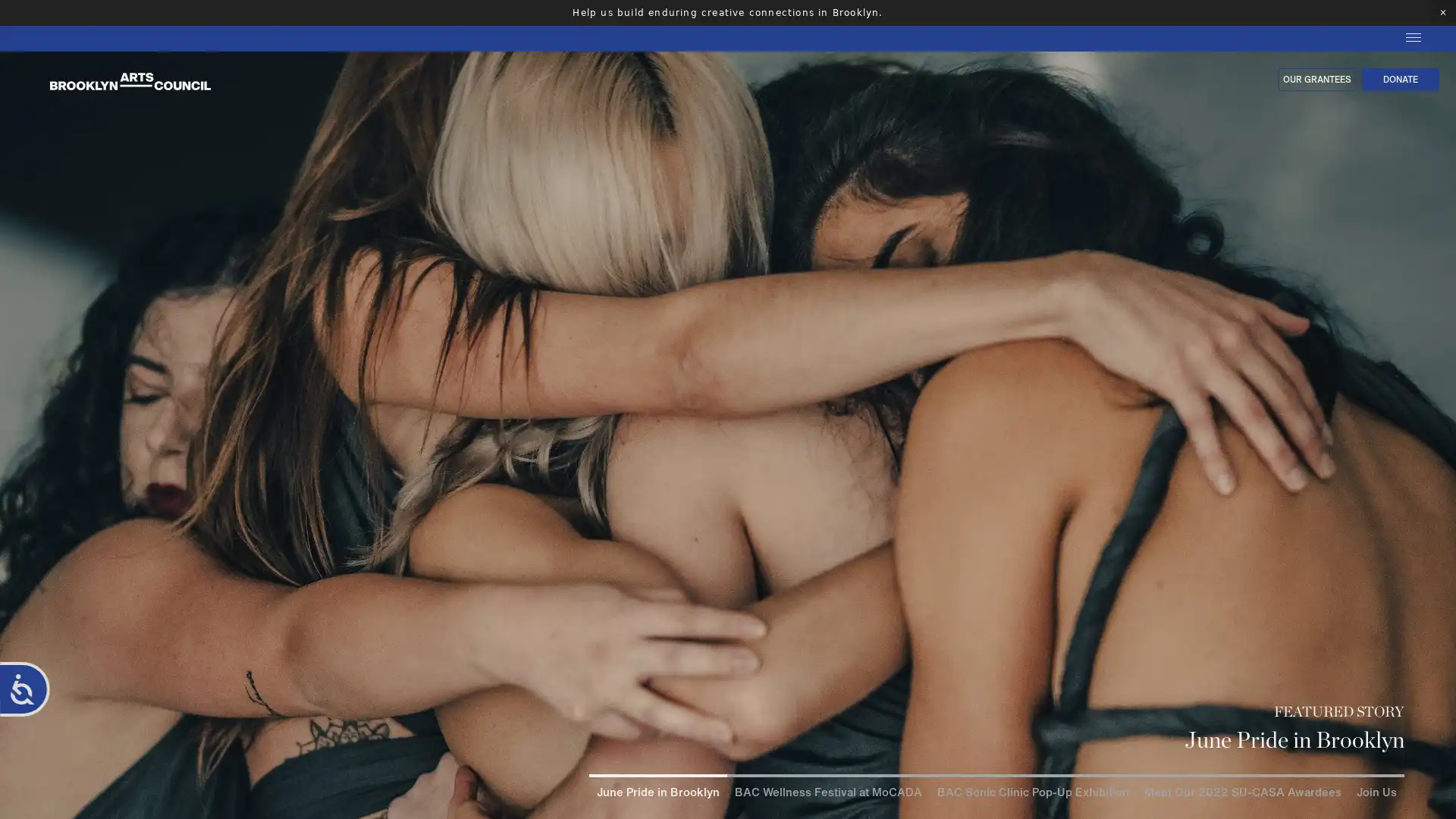 This screenshot has height=819, width=1456. I want to click on Close, so click(1440, 671).